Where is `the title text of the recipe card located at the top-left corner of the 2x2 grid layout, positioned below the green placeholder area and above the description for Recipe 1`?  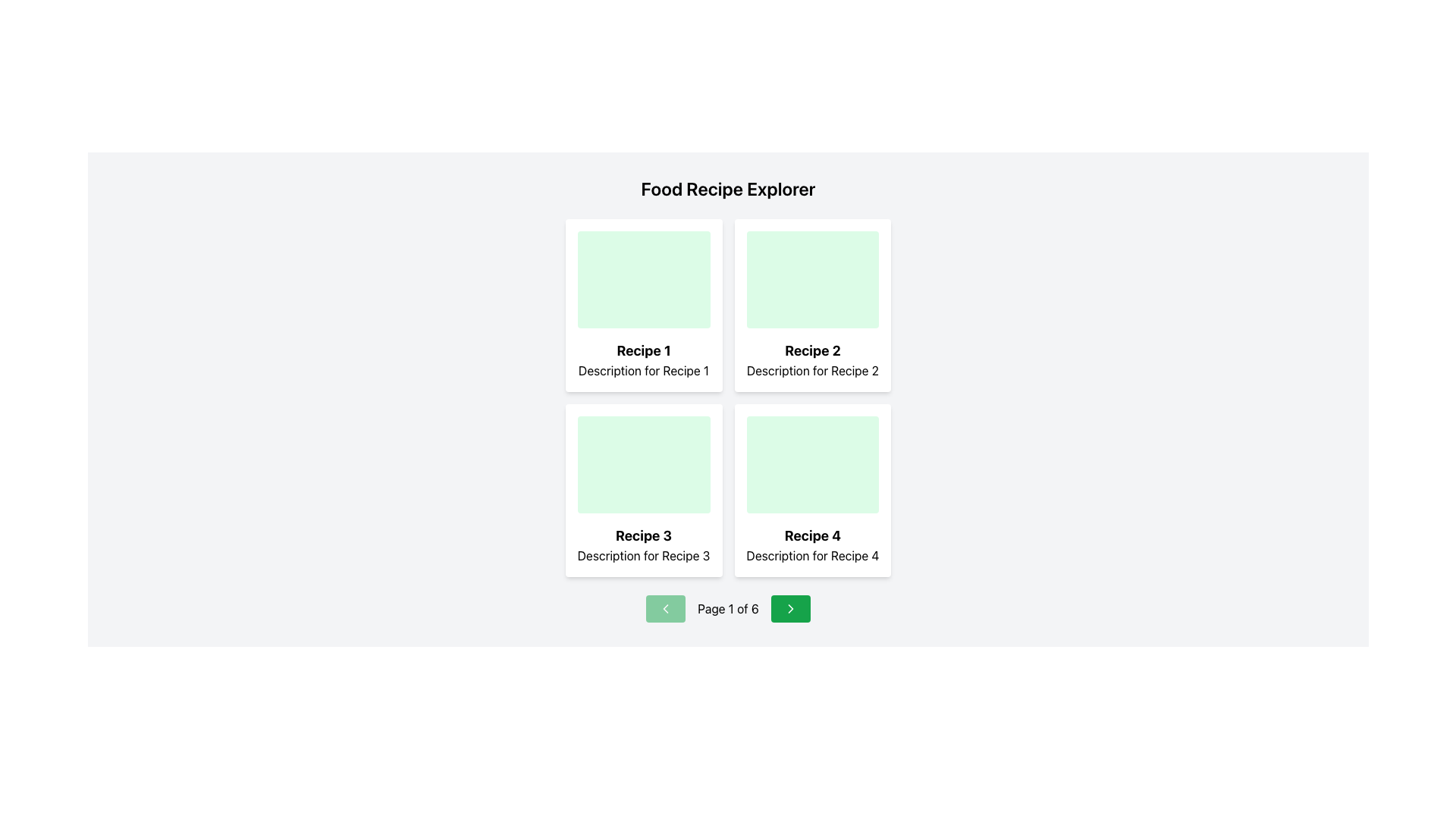
the title text of the recipe card located at the top-left corner of the 2x2 grid layout, positioned below the green placeholder area and above the description for Recipe 1 is located at coordinates (644, 350).